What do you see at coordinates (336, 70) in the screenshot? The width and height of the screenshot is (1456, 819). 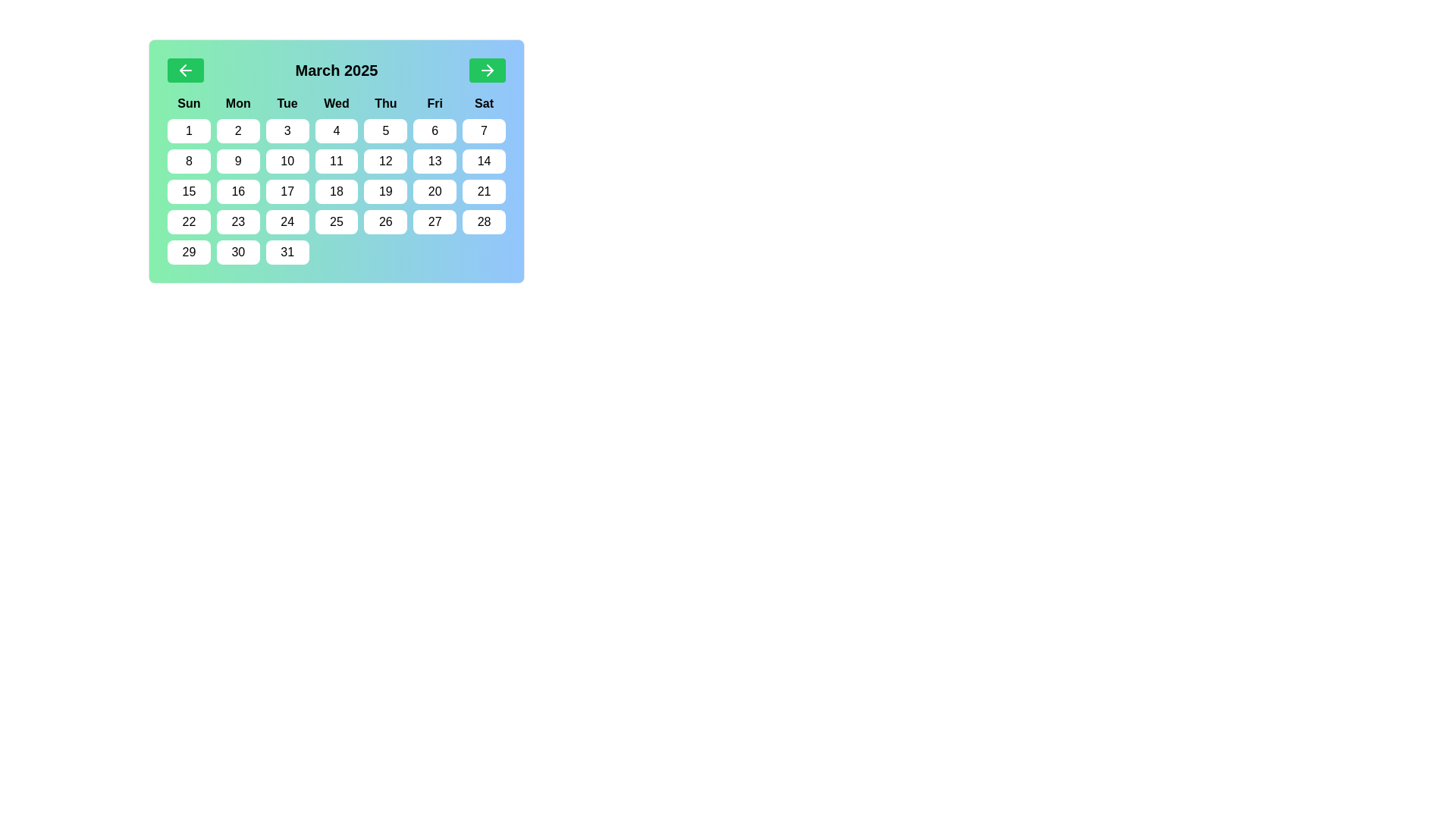 I see `the bold text reading 'March 2025' in the header section of the calendar interface` at bounding box center [336, 70].